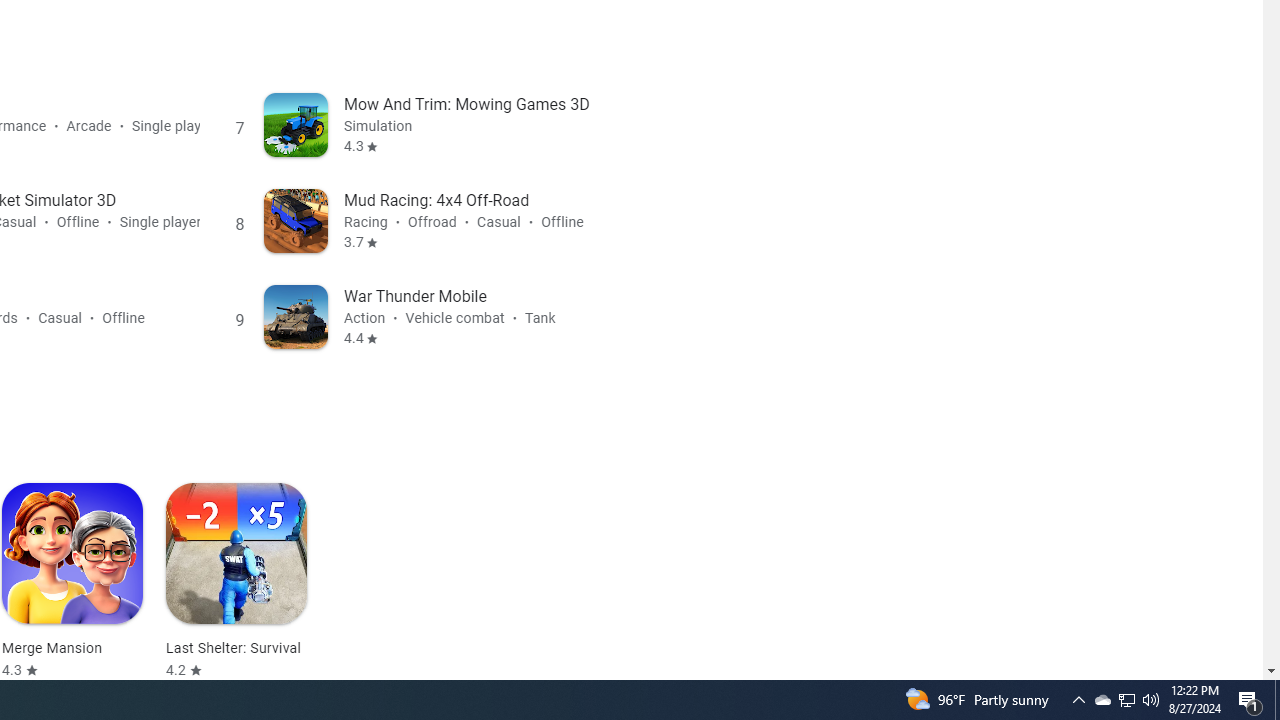 The height and width of the screenshot is (720, 1280). I want to click on 'Merge Mansion Rated 4.3 stars out of five stars', so click(72, 581).